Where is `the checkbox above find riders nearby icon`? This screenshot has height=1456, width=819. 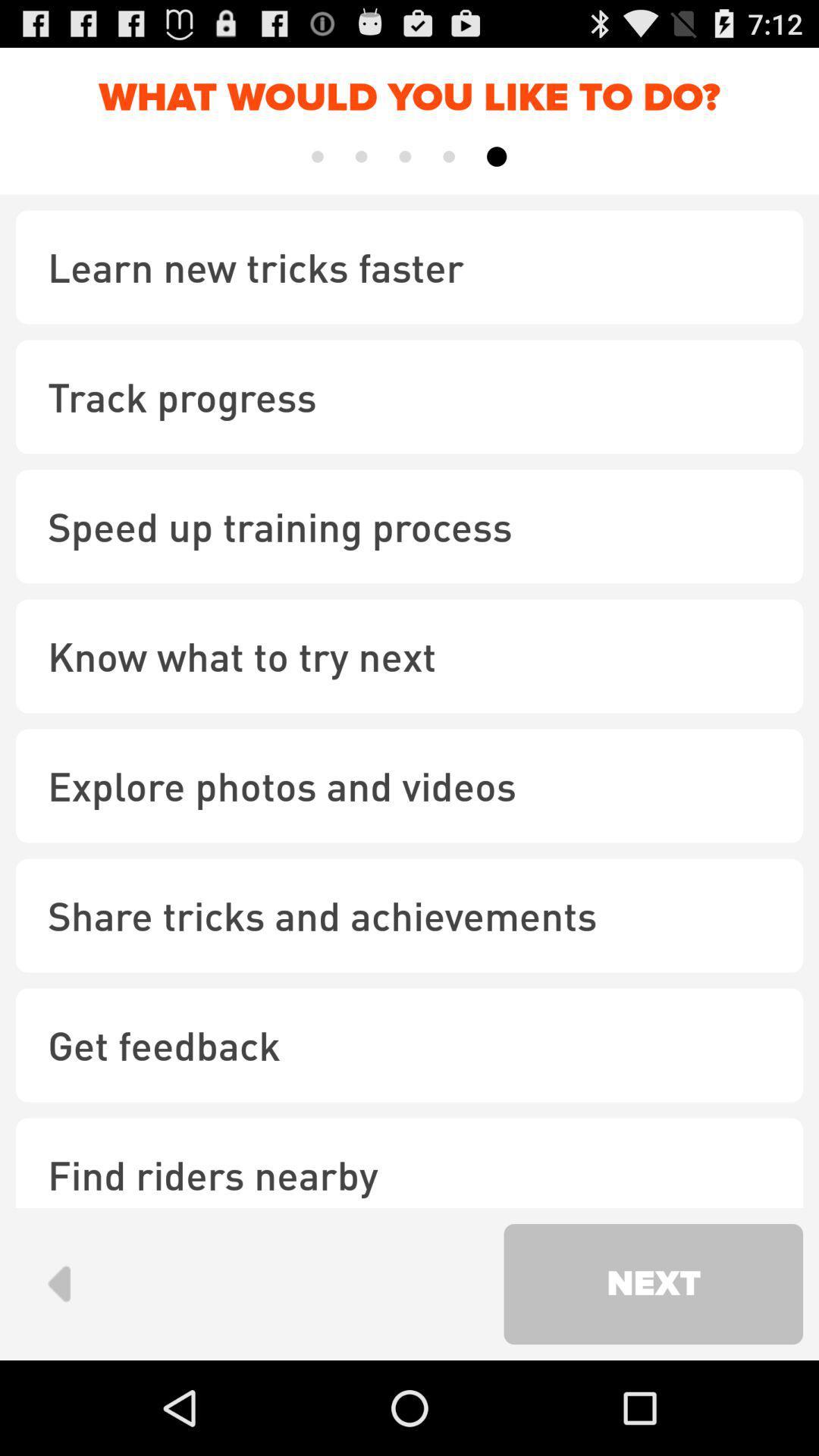 the checkbox above find riders nearby icon is located at coordinates (409, 1044).